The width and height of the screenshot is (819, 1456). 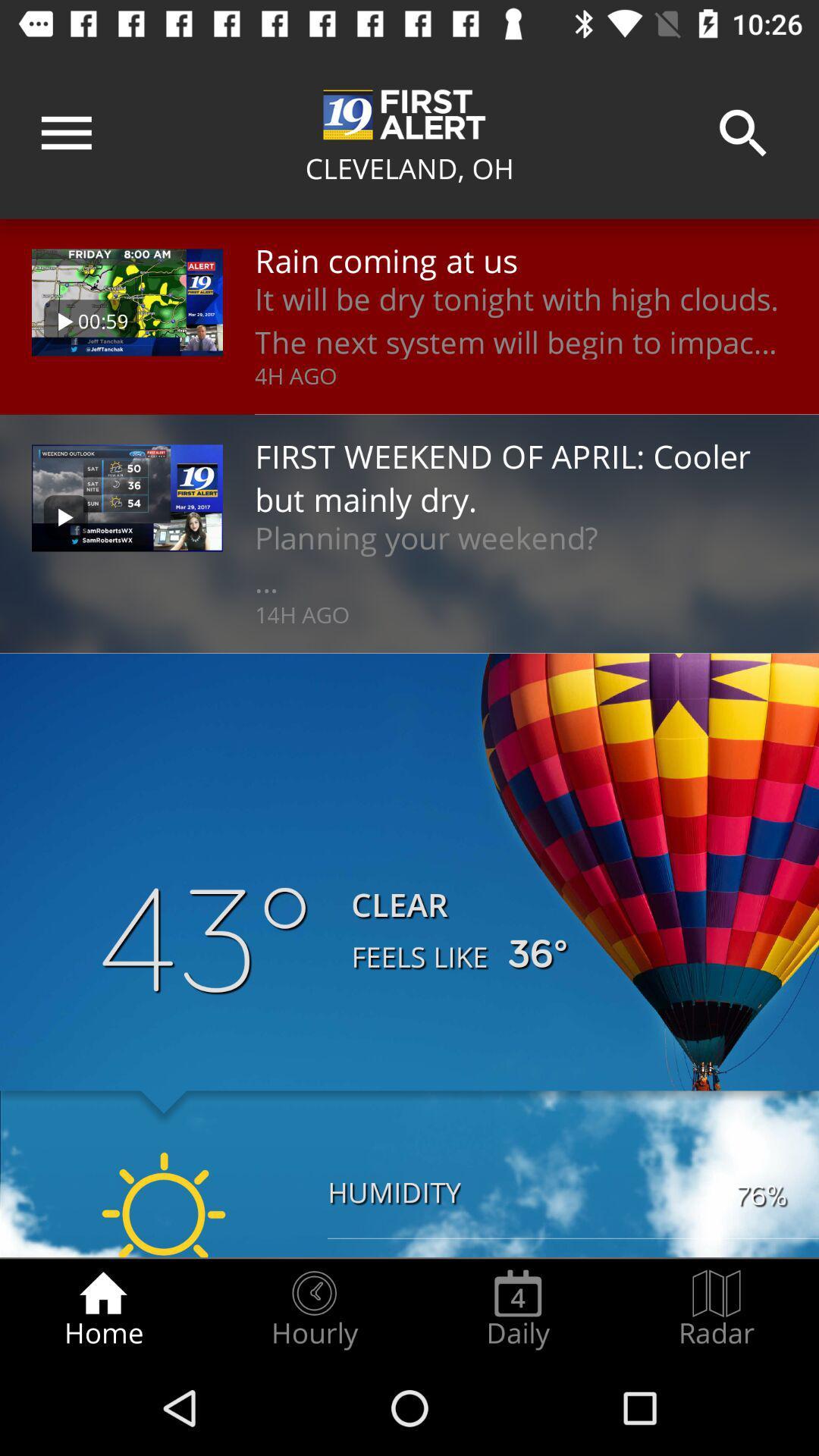 I want to click on the icon next to daily, so click(x=717, y=1309).